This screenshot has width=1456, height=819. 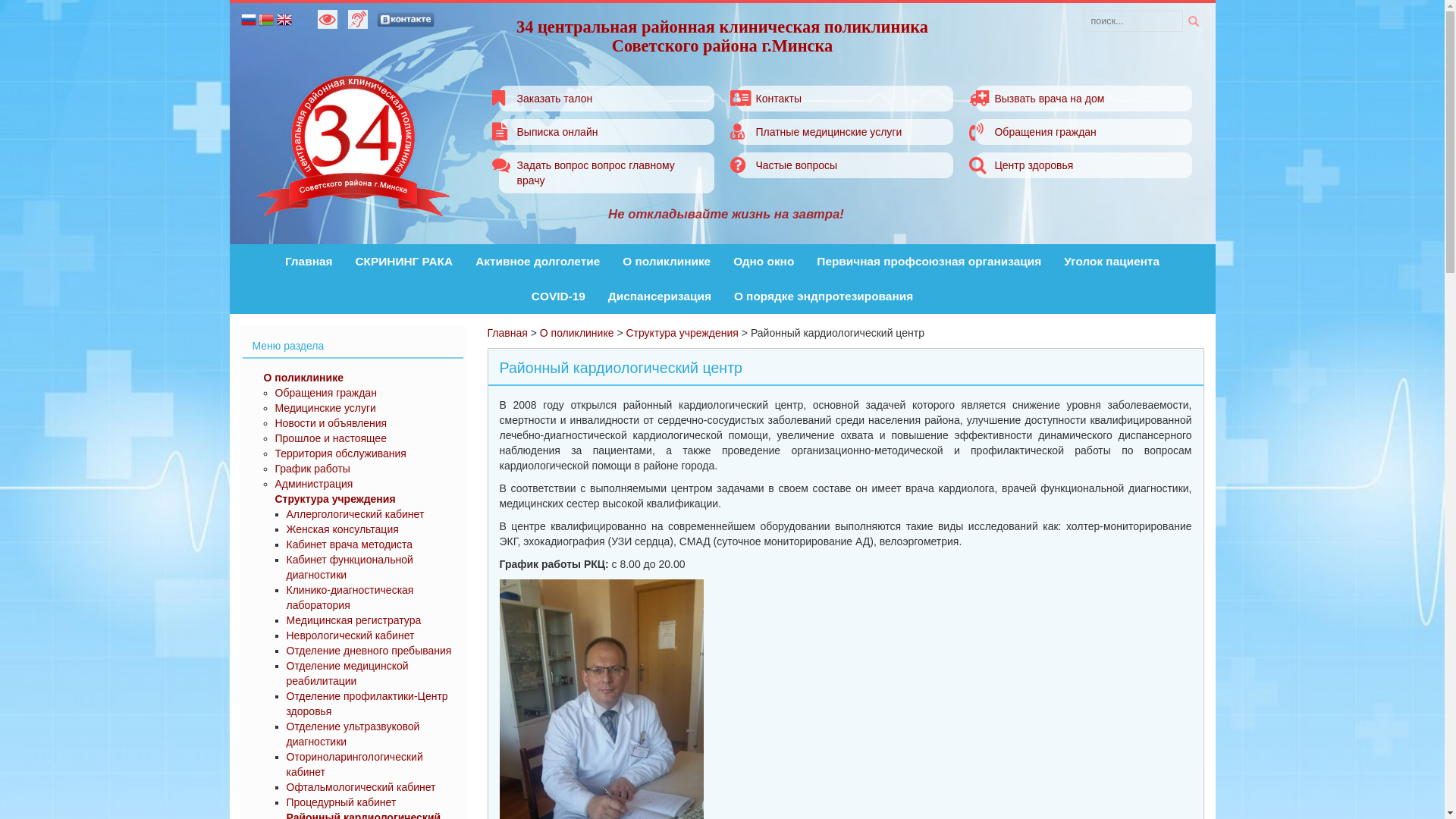 What do you see at coordinates (557, 296) in the screenshot?
I see `'COVID-19'` at bounding box center [557, 296].